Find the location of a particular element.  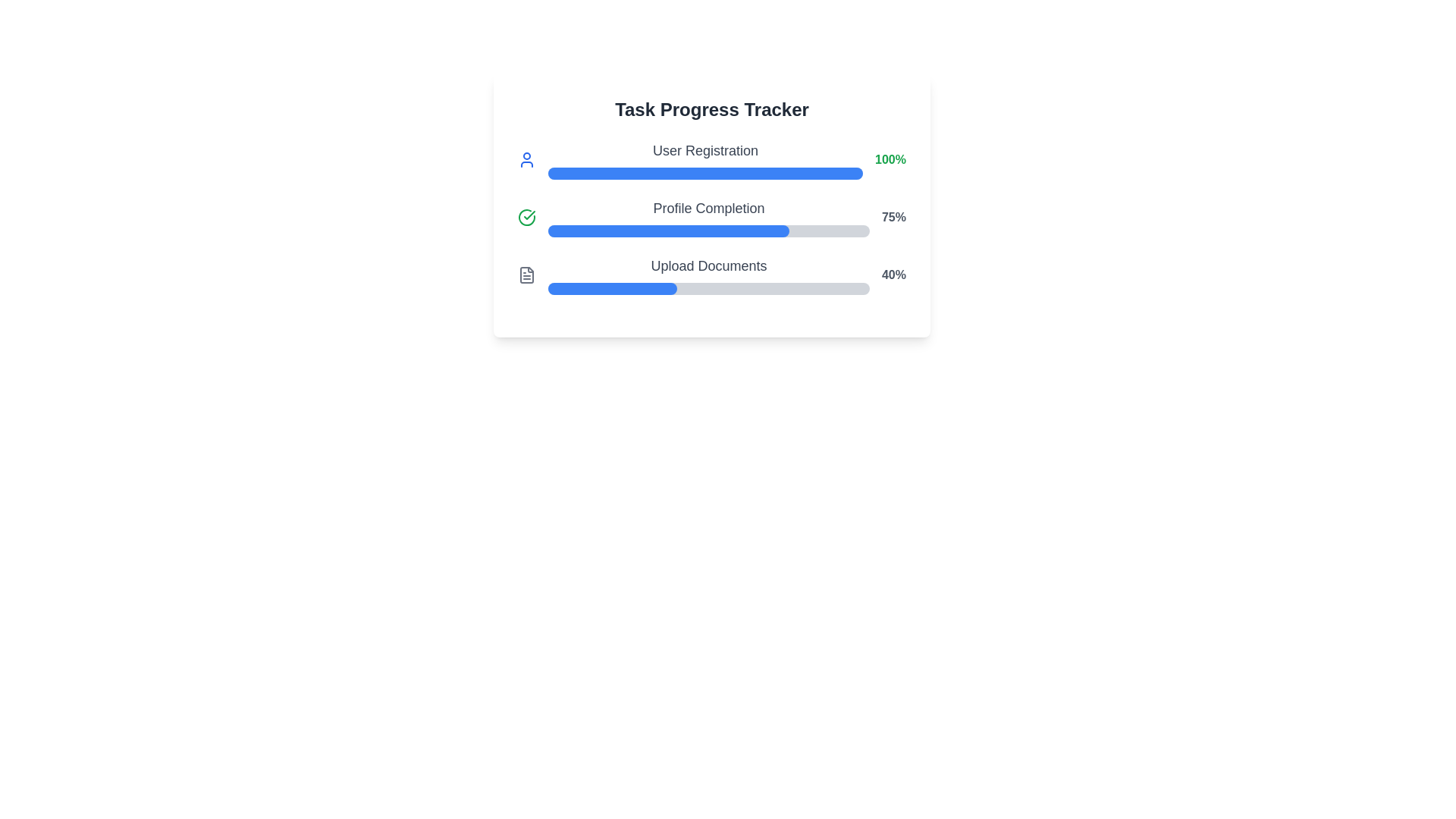

the second progress bar in the main content area that indicates the 'Profile Completion' task progress is located at coordinates (711, 217).